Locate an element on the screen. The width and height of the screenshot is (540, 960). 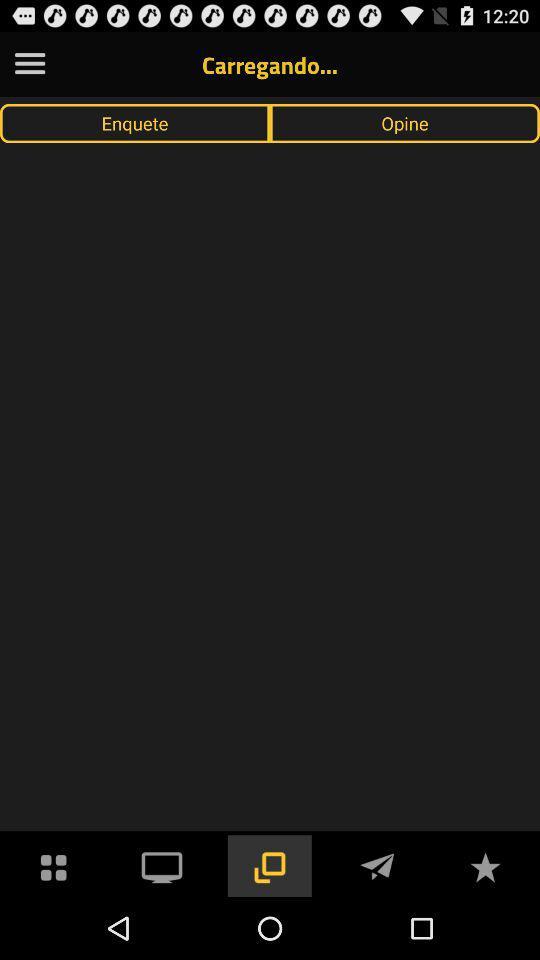
the button to the right of enquete icon is located at coordinates (405, 122).